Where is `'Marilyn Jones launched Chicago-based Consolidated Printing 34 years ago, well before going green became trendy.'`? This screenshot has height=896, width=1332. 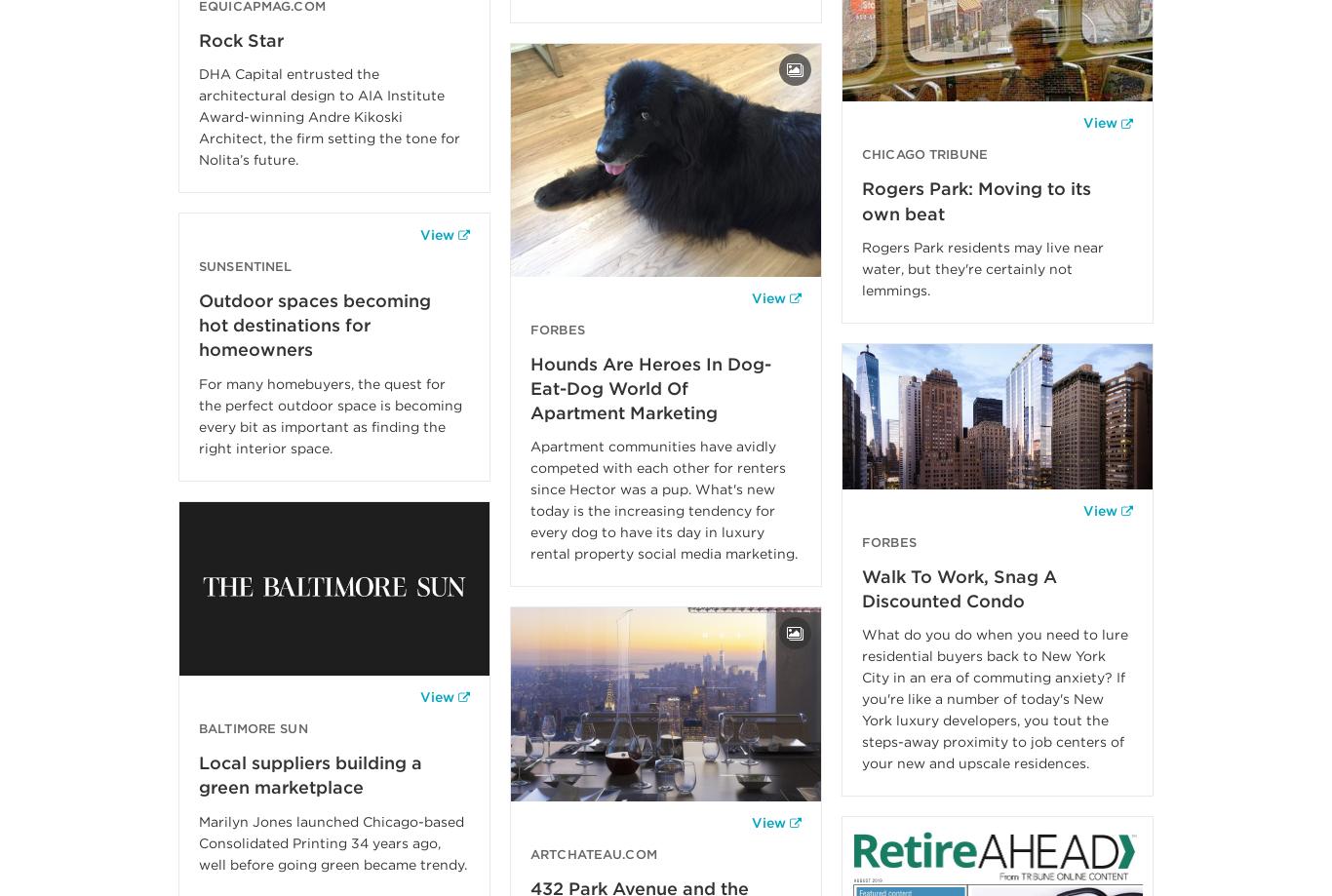
'Marilyn Jones launched Chicago-based Consolidated Printing 34 years ago, well before going green became trendy.' is located at coordinates (333, 841).